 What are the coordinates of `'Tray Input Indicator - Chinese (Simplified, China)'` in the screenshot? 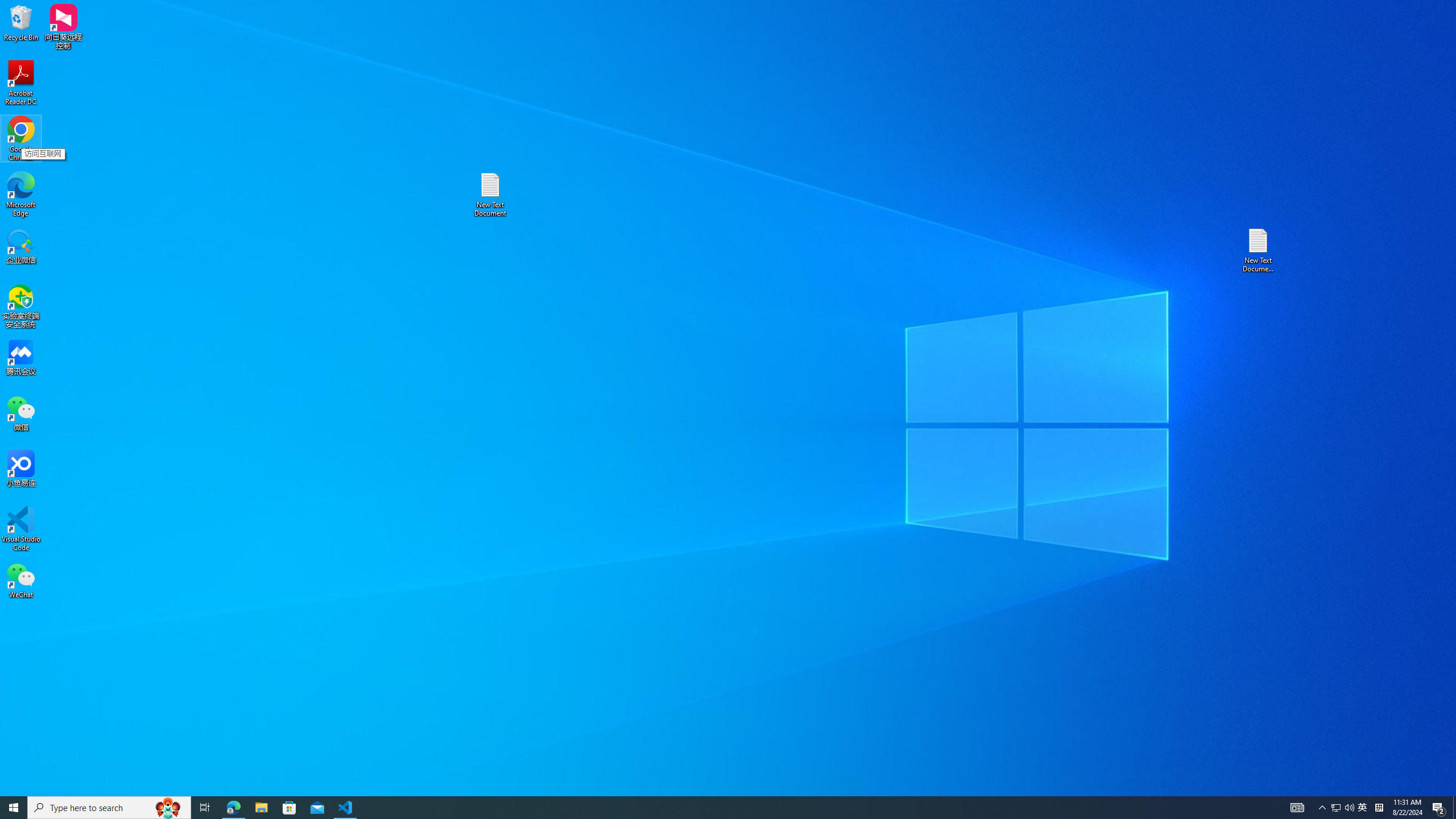 It's located at (1379, 806).